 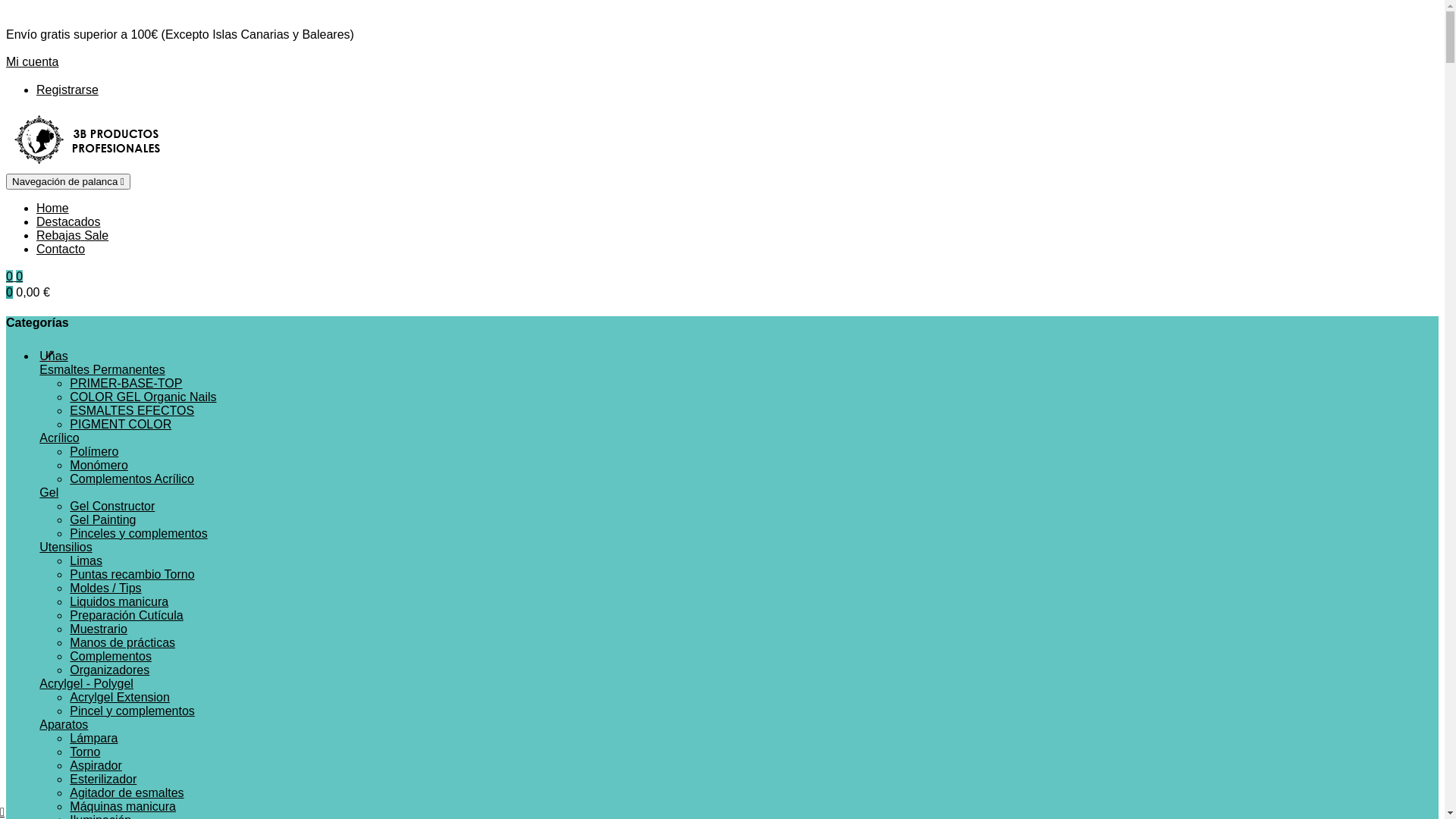 I want to click on 'Organizadores', so click(x=108, y=669).